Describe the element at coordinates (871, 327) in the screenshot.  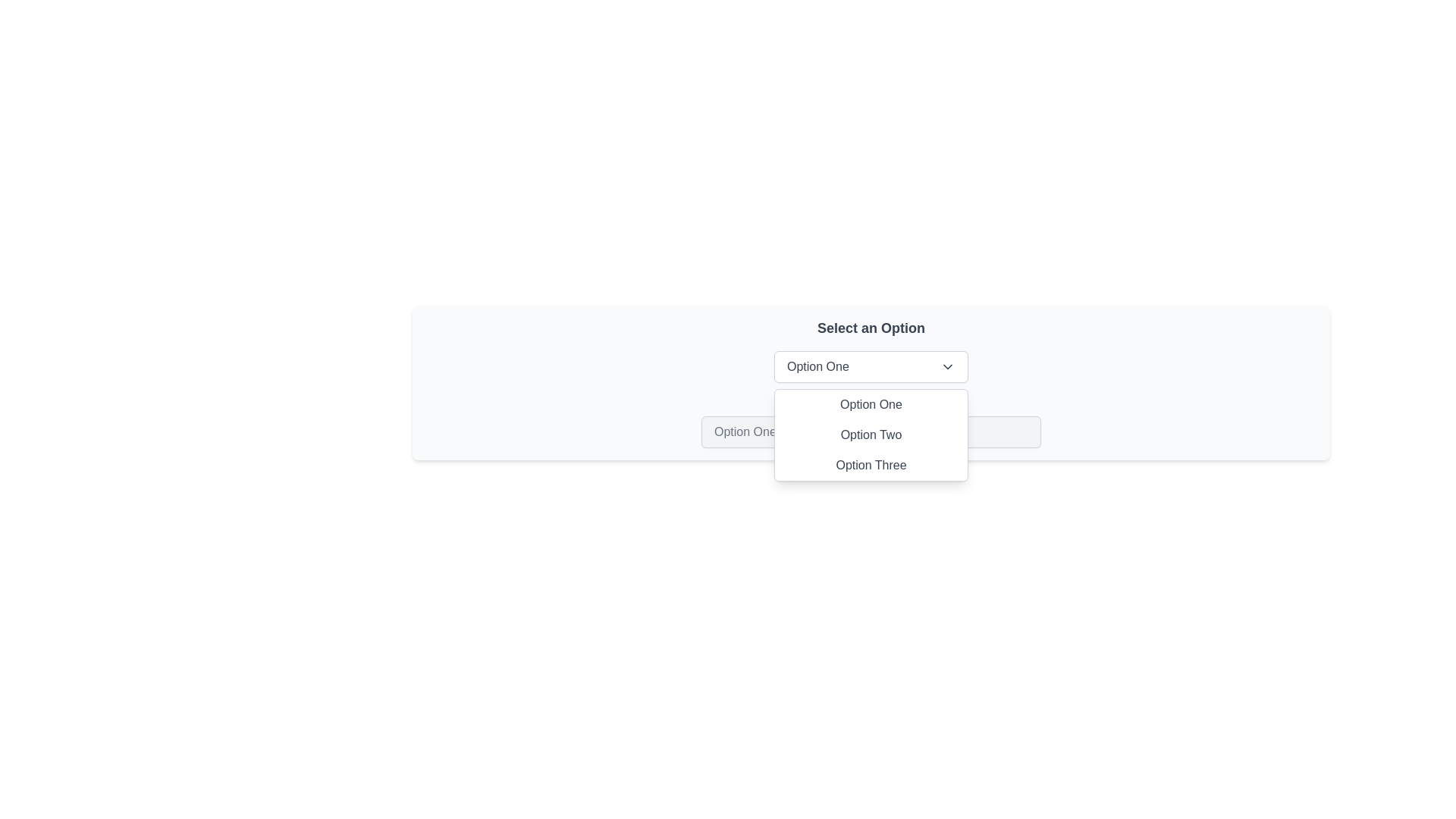
I see `the Text Label that provides context for the dropdown menu labeled 'Option One' located at the top of its section` at that location.